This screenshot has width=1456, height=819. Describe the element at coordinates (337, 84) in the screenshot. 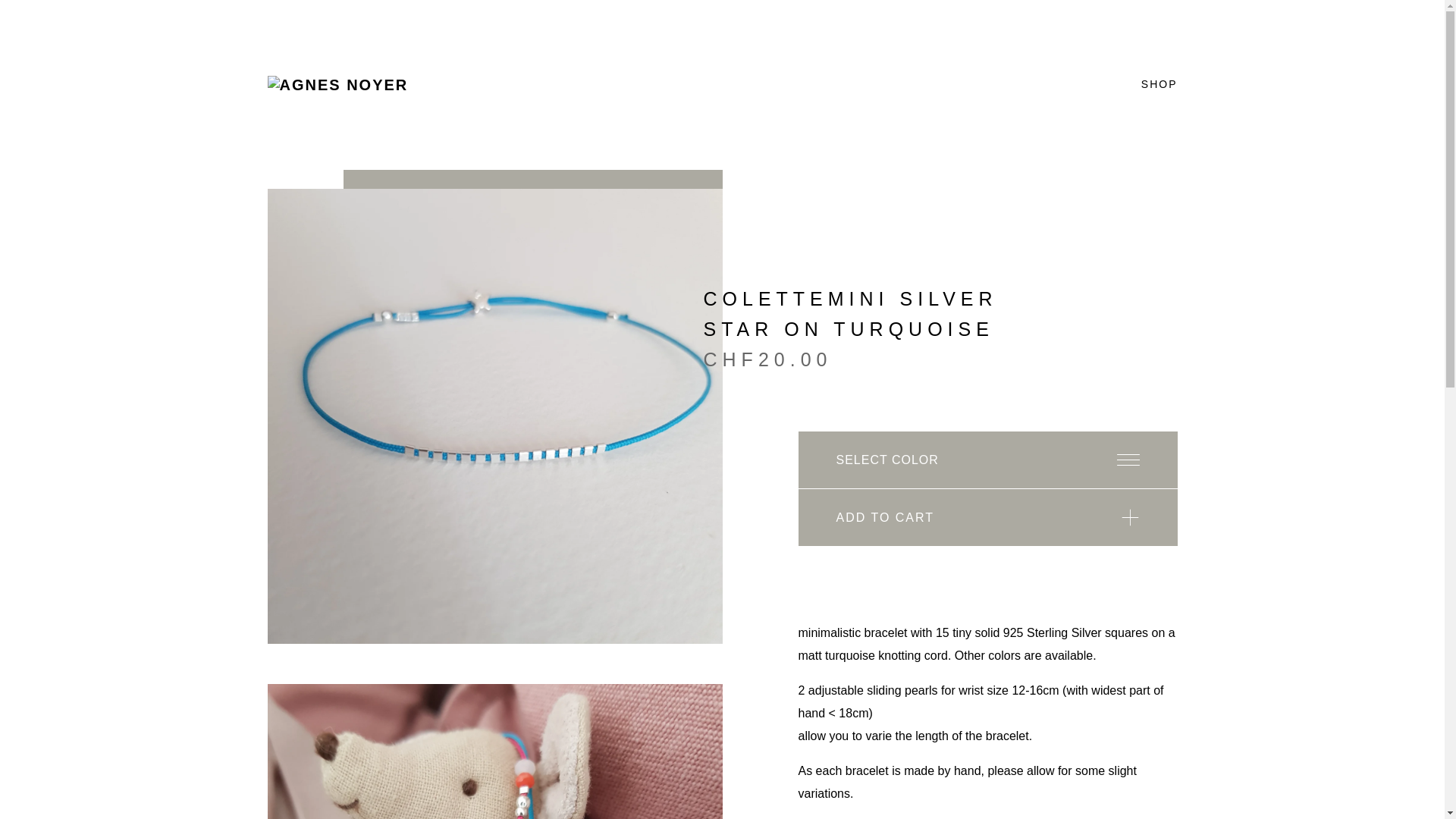

I see `'agnes noyer'` at that location.